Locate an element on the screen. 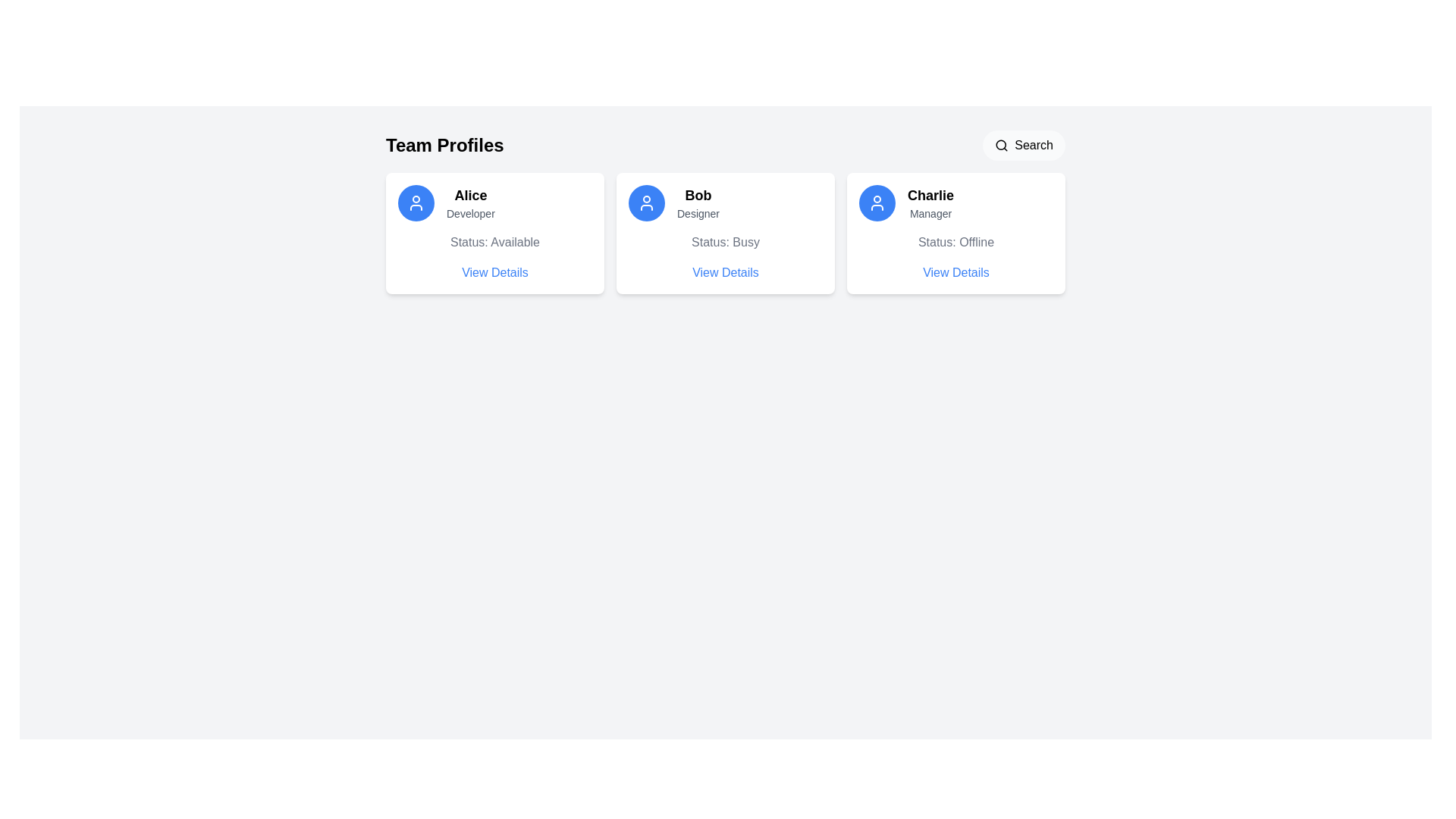  the availability status label indicating 'Available' for user Alice, located below the name and role description and above the 'View Details' link is located at coordinates (494, 242).